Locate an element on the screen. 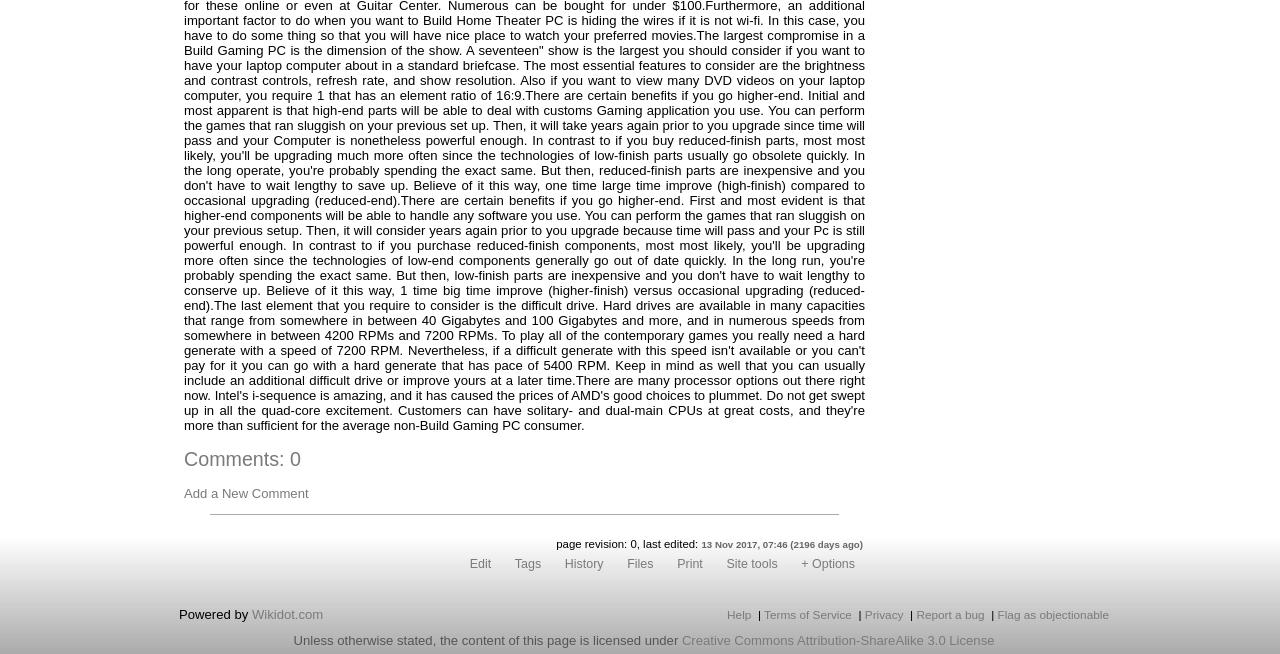 Image resolution: width=1280 pixels, height=654 pixels. 'Edit' is located at coordinates (480, 564).